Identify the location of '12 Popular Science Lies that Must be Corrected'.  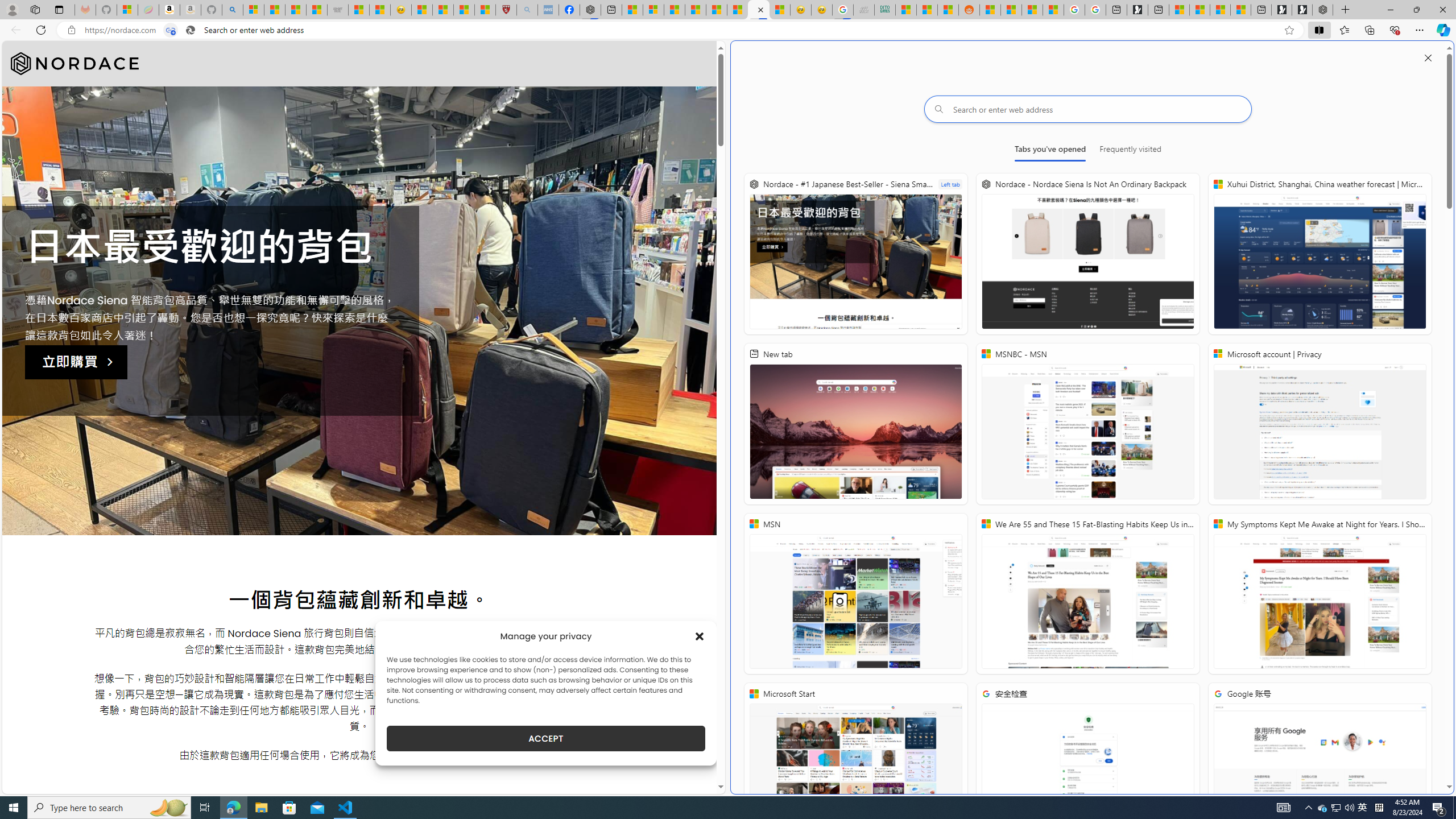
(485, 9).